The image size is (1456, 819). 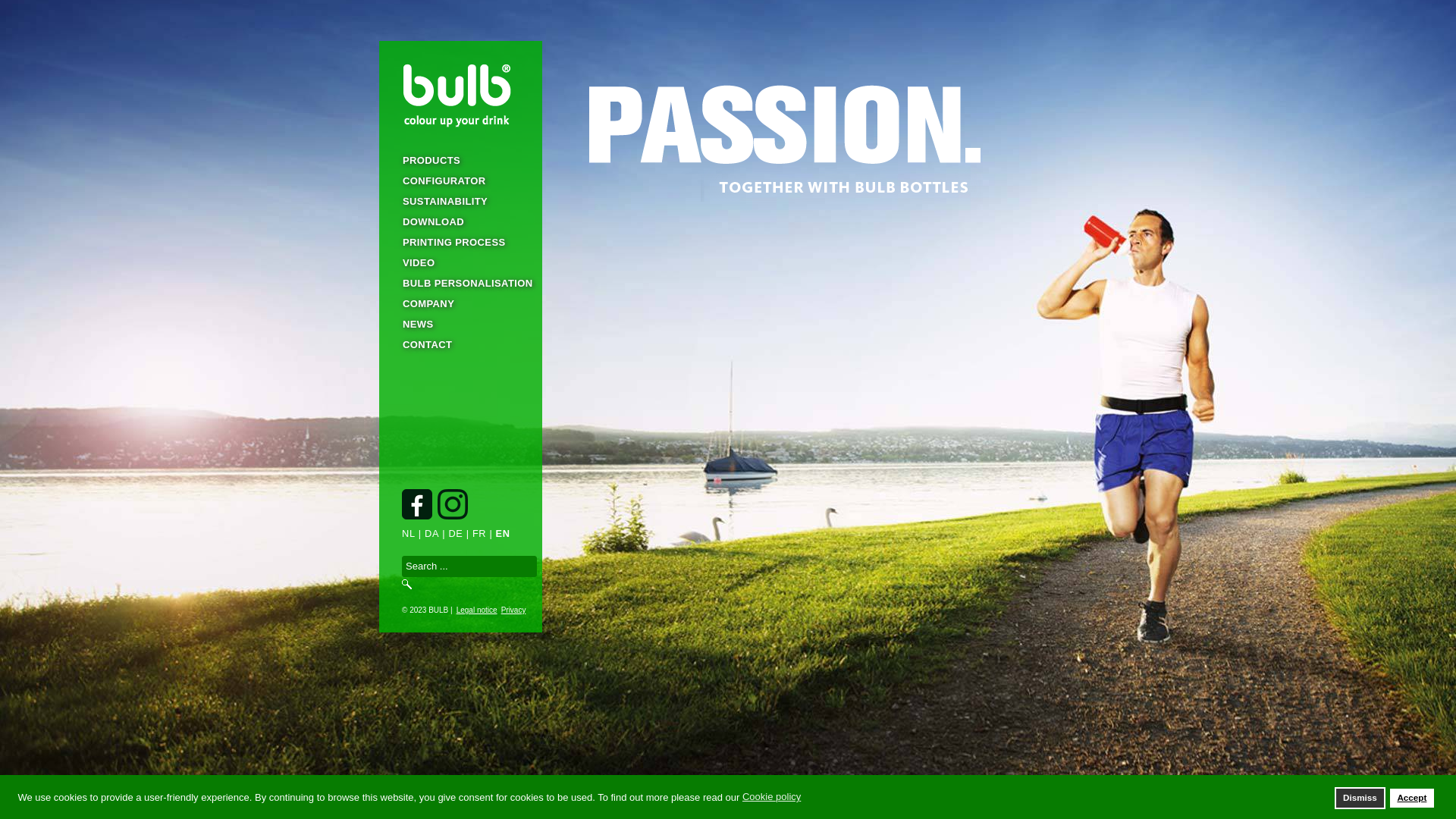 I want to click on '1', so click(x=704, y=792).